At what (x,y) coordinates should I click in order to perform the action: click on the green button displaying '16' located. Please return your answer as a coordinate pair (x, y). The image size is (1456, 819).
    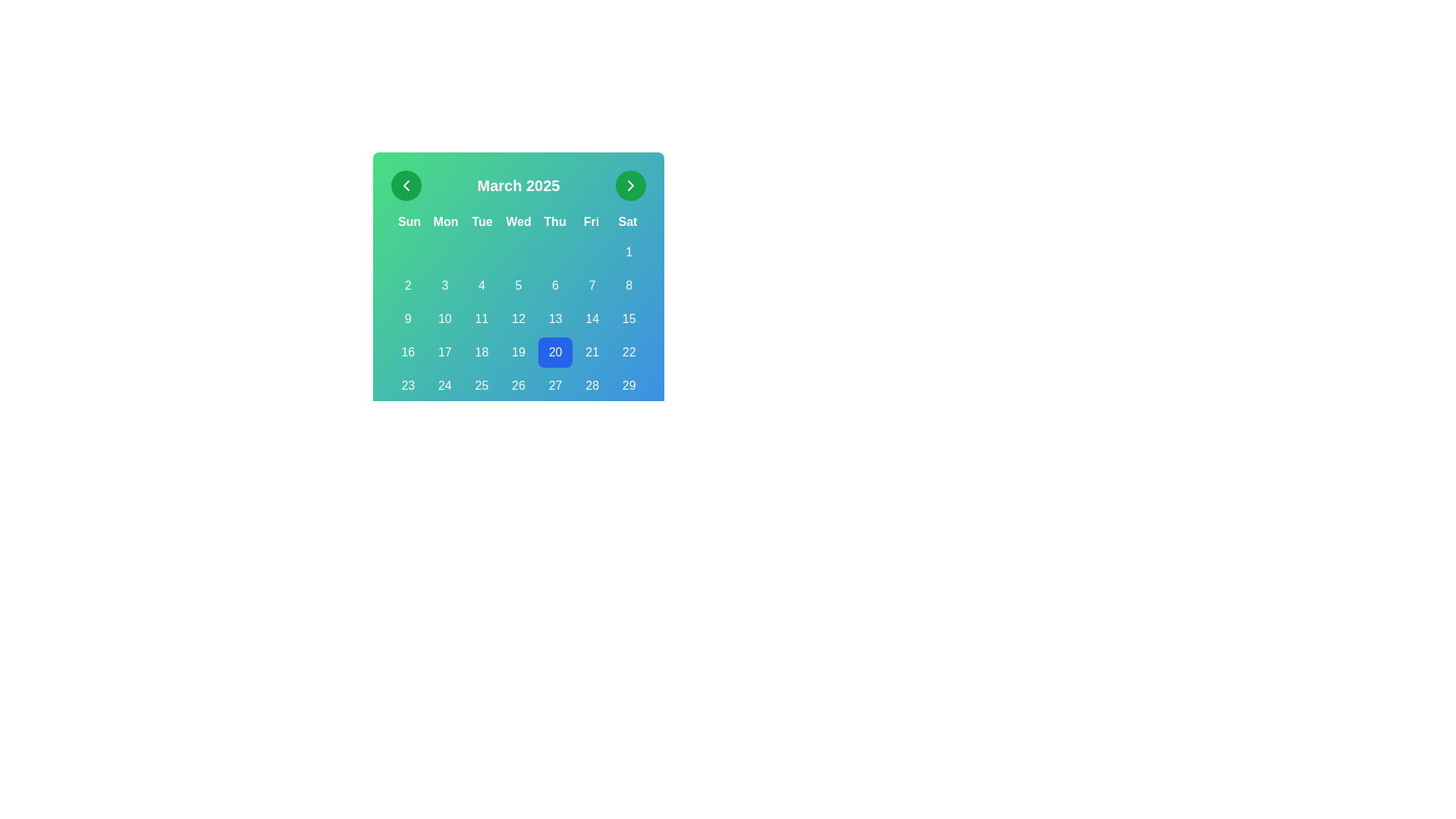
    Looking at the image, I should click on (408, 353).